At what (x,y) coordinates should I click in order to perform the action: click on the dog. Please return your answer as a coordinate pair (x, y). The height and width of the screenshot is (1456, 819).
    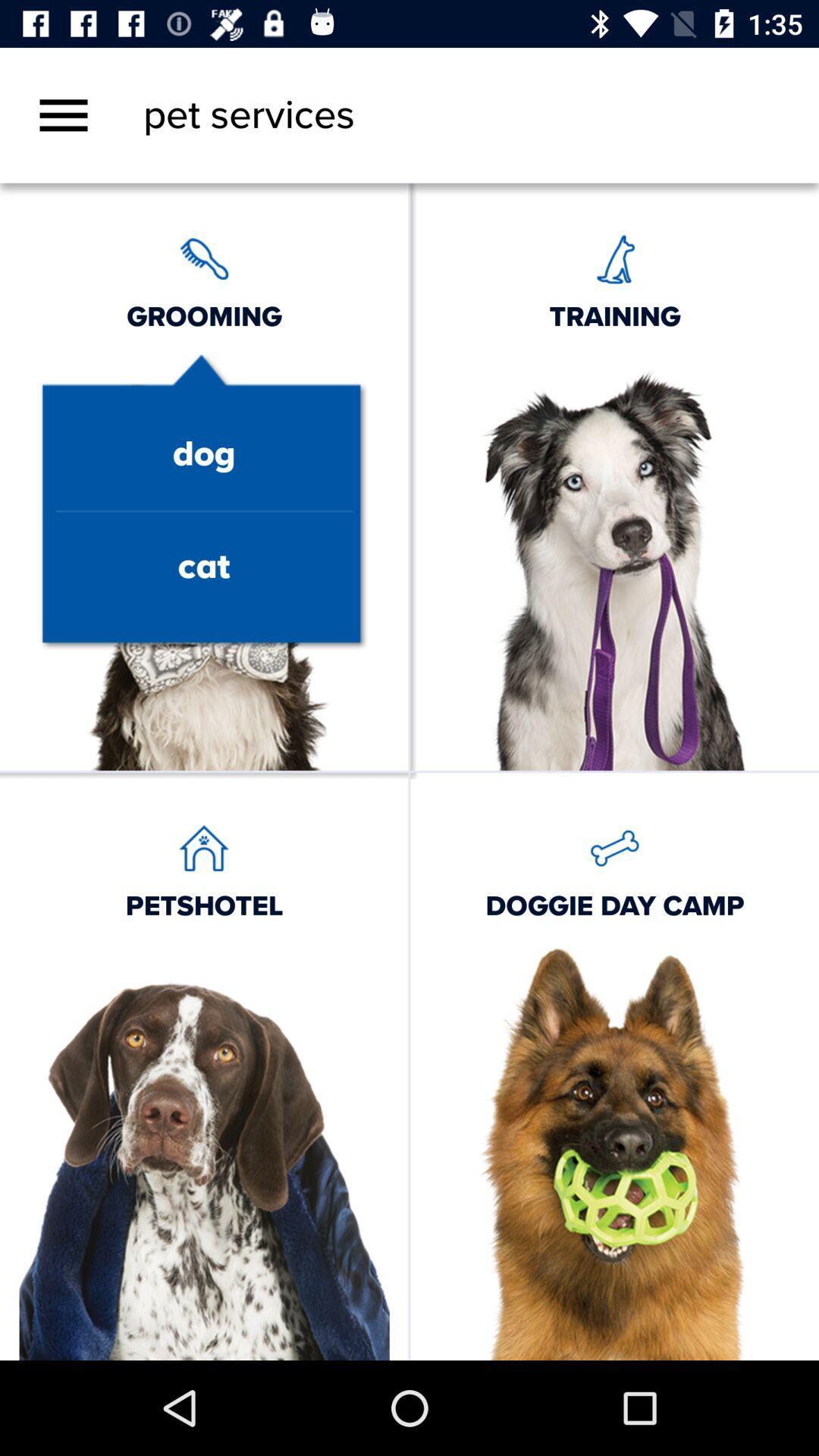
    Looking at the image, I should click on (203, 454).